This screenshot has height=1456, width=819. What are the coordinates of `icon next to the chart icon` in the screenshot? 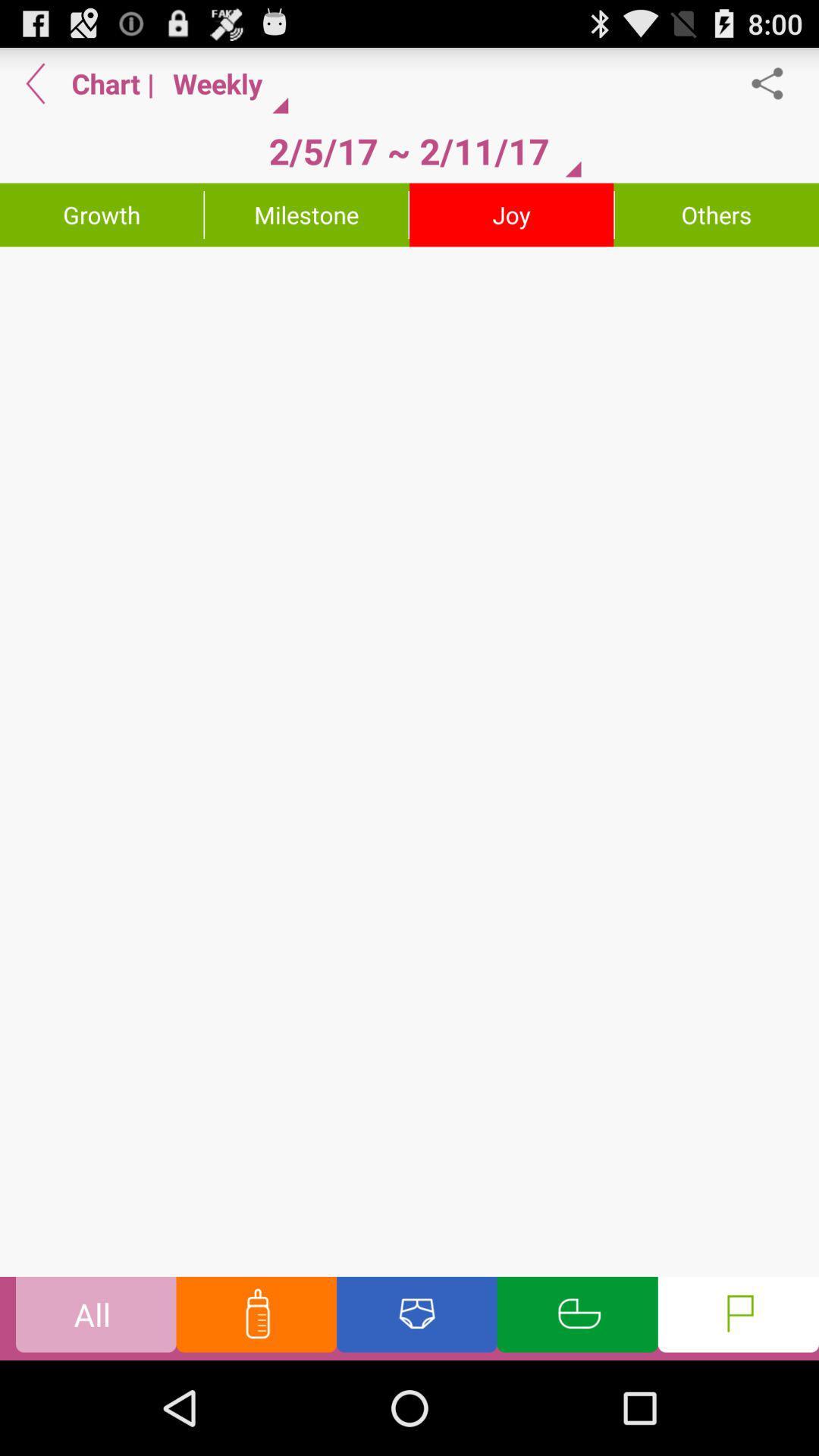 It's located at (35, 83).